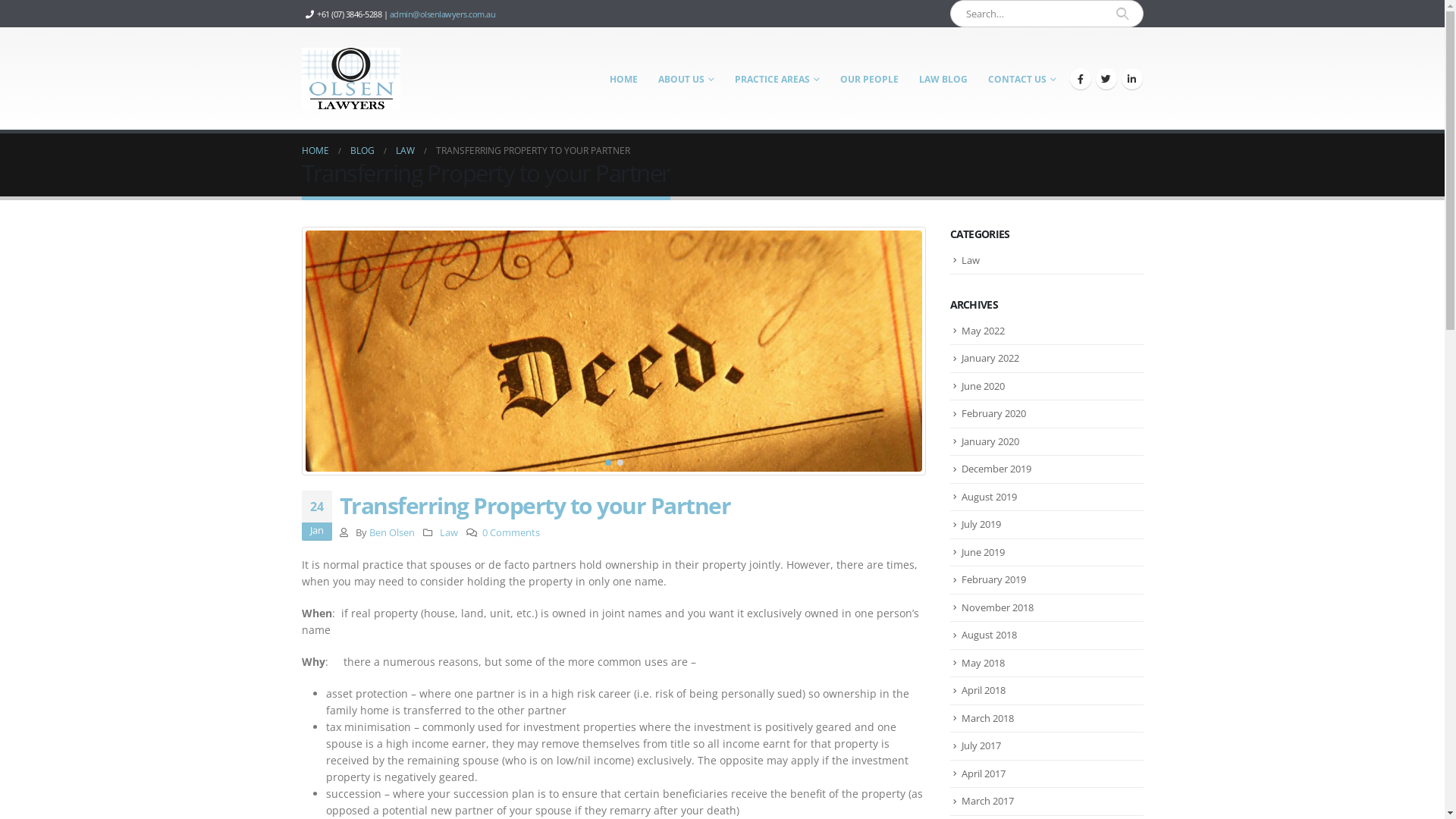  What do you see at coordinates (1068, 79) in the screenshot?
I see `'Facebook'` at bounding box center [1068, 79].